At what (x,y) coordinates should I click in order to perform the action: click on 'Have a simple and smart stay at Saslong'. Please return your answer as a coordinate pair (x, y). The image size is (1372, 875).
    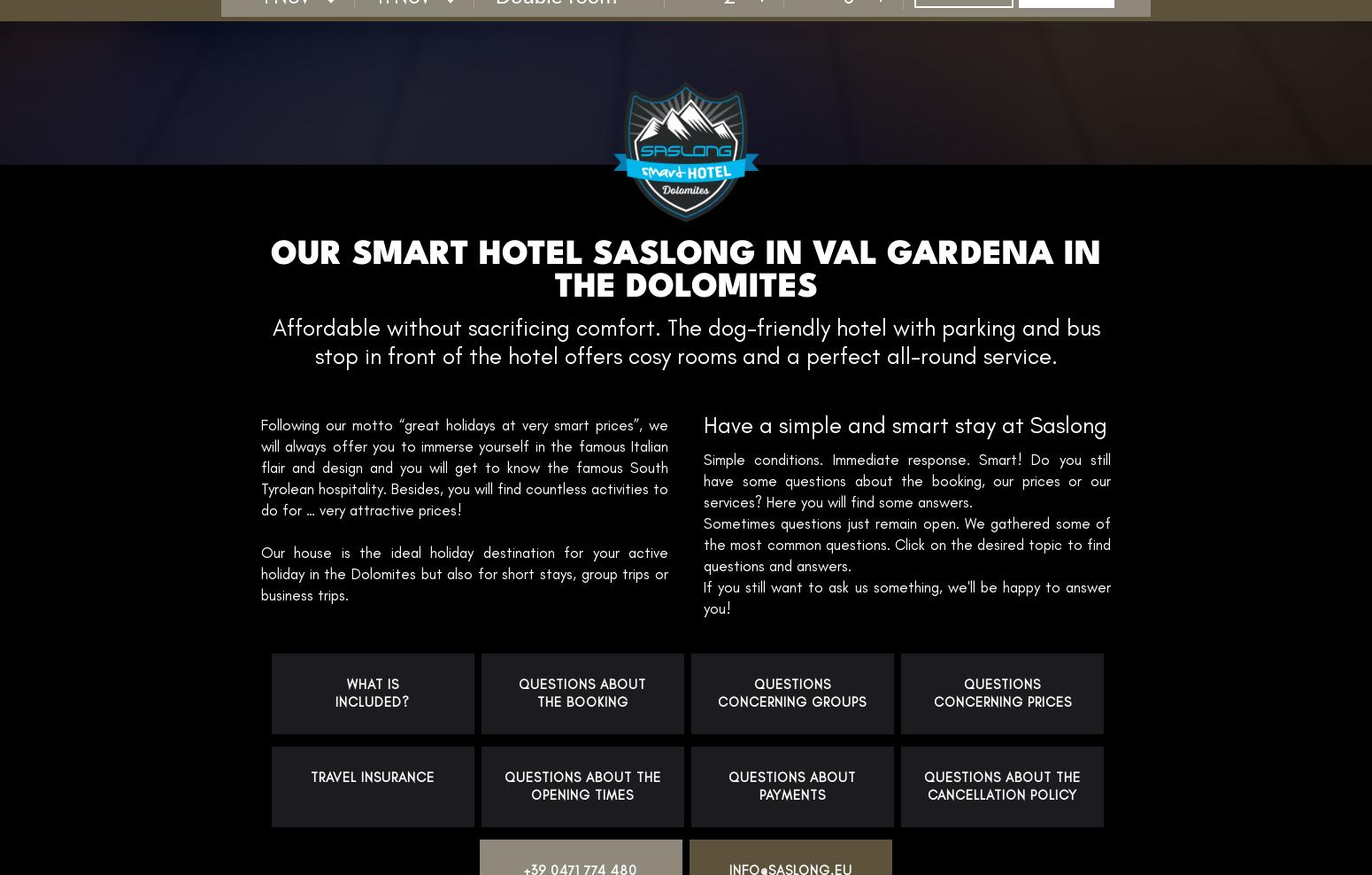
    Looking at the image, I should click on (906, 423).